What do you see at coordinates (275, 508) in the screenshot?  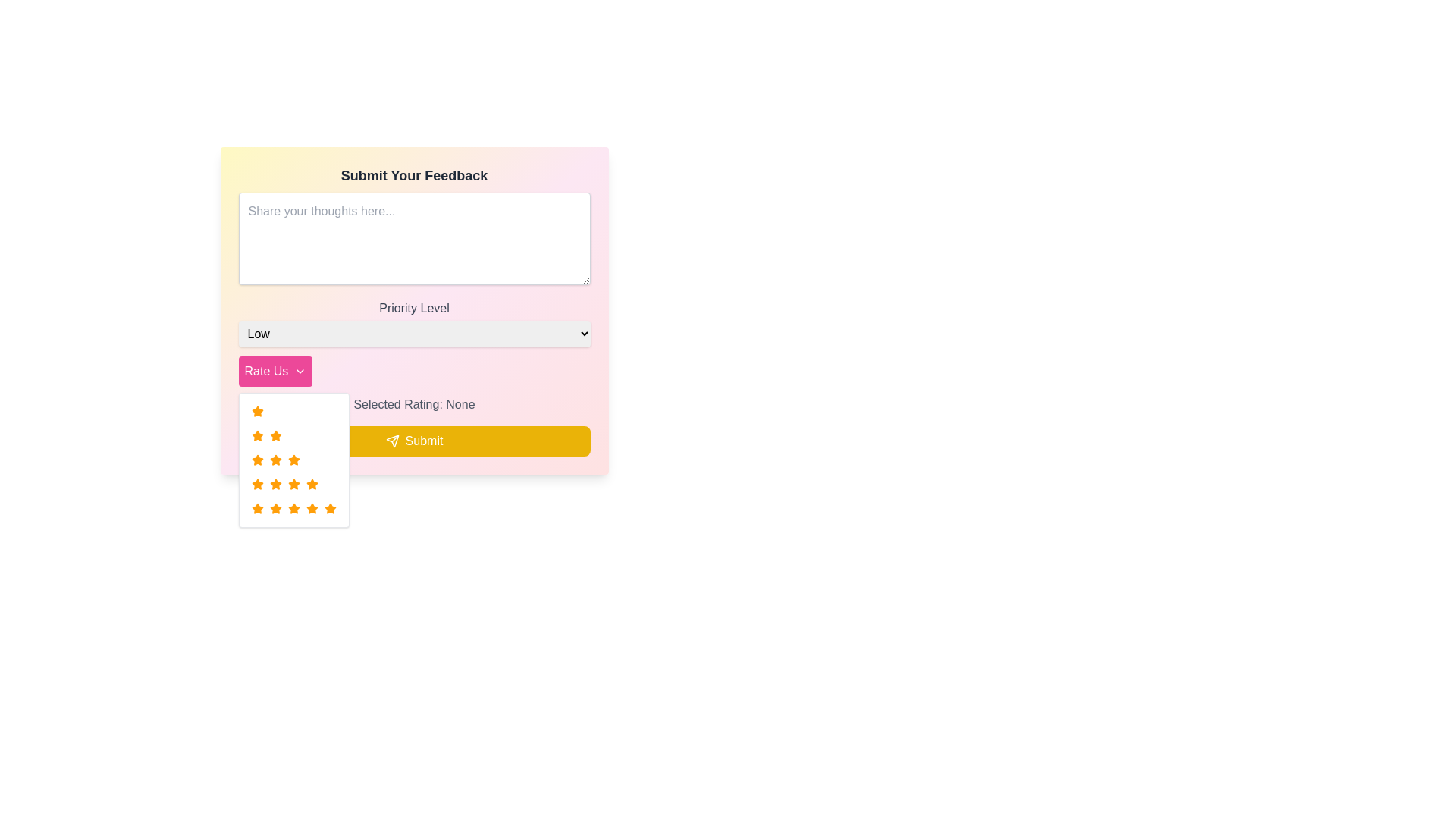 I see `the orange star icon in the fourth row and fourth column of the rating system` at bounding box center [275, 508].